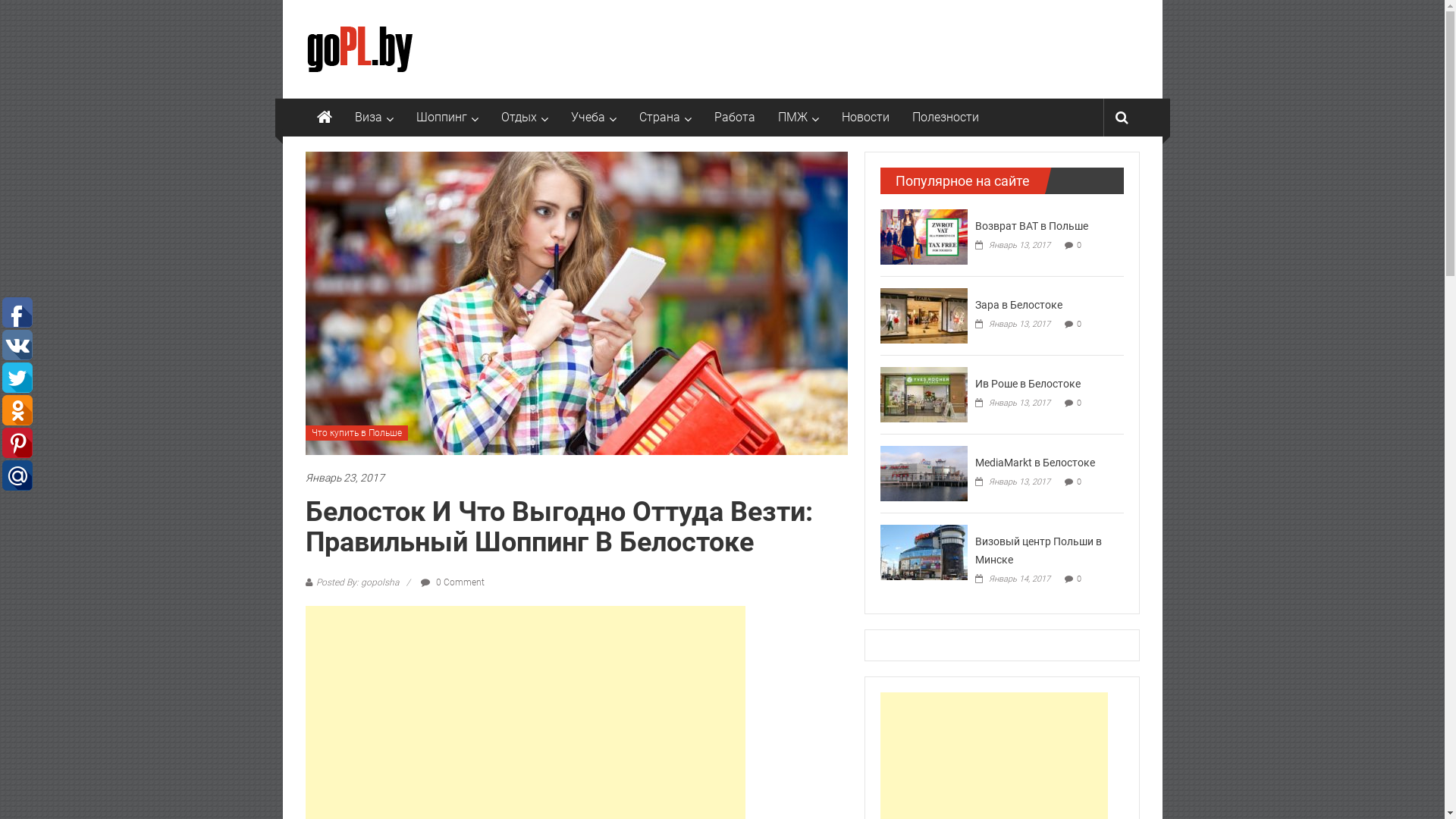 This screenshot has height=819, width=1456. I want to click on '0', so click(1076, 402).